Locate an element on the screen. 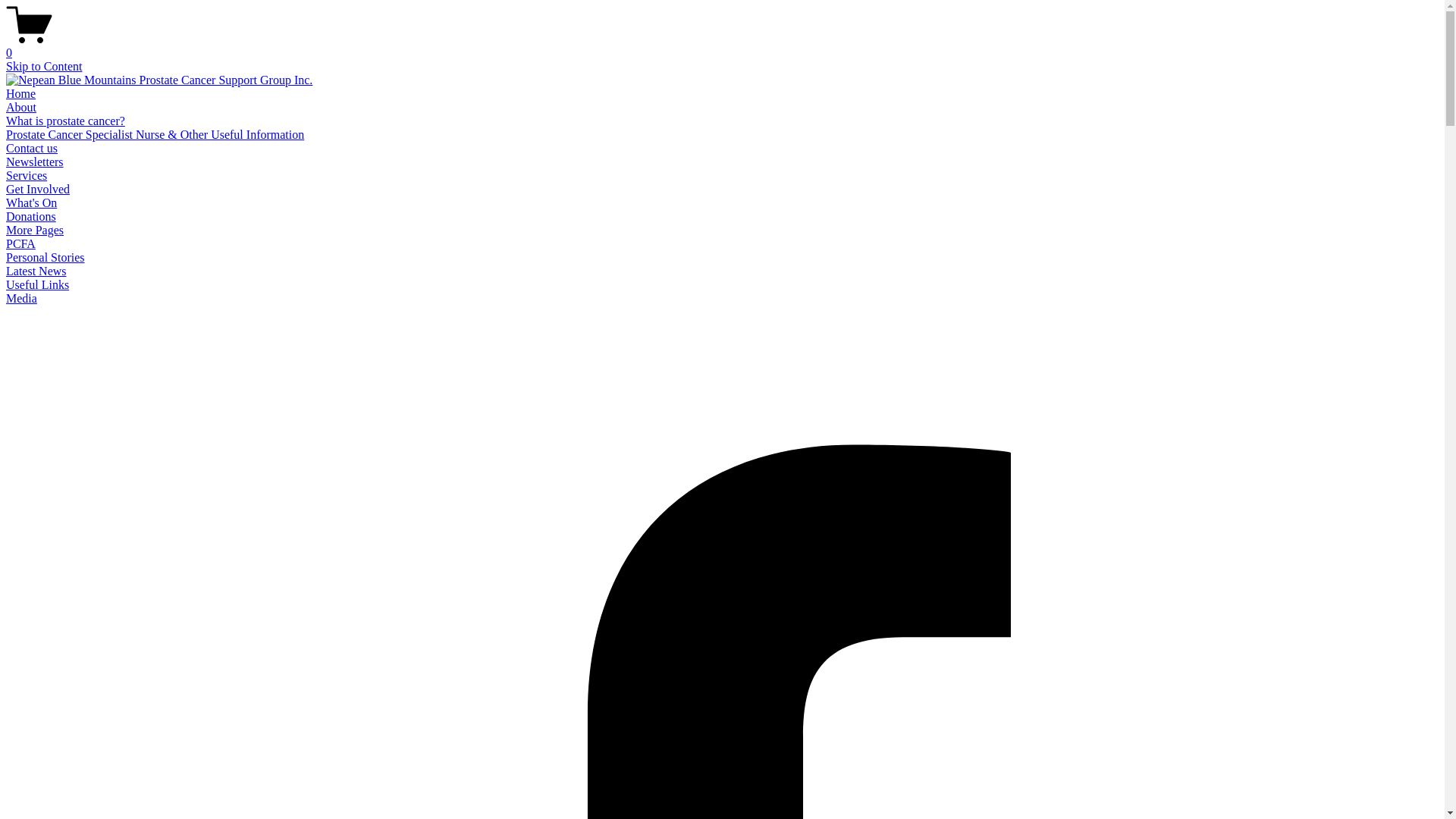  'Get Involved' is located at coordinates (37, 188).